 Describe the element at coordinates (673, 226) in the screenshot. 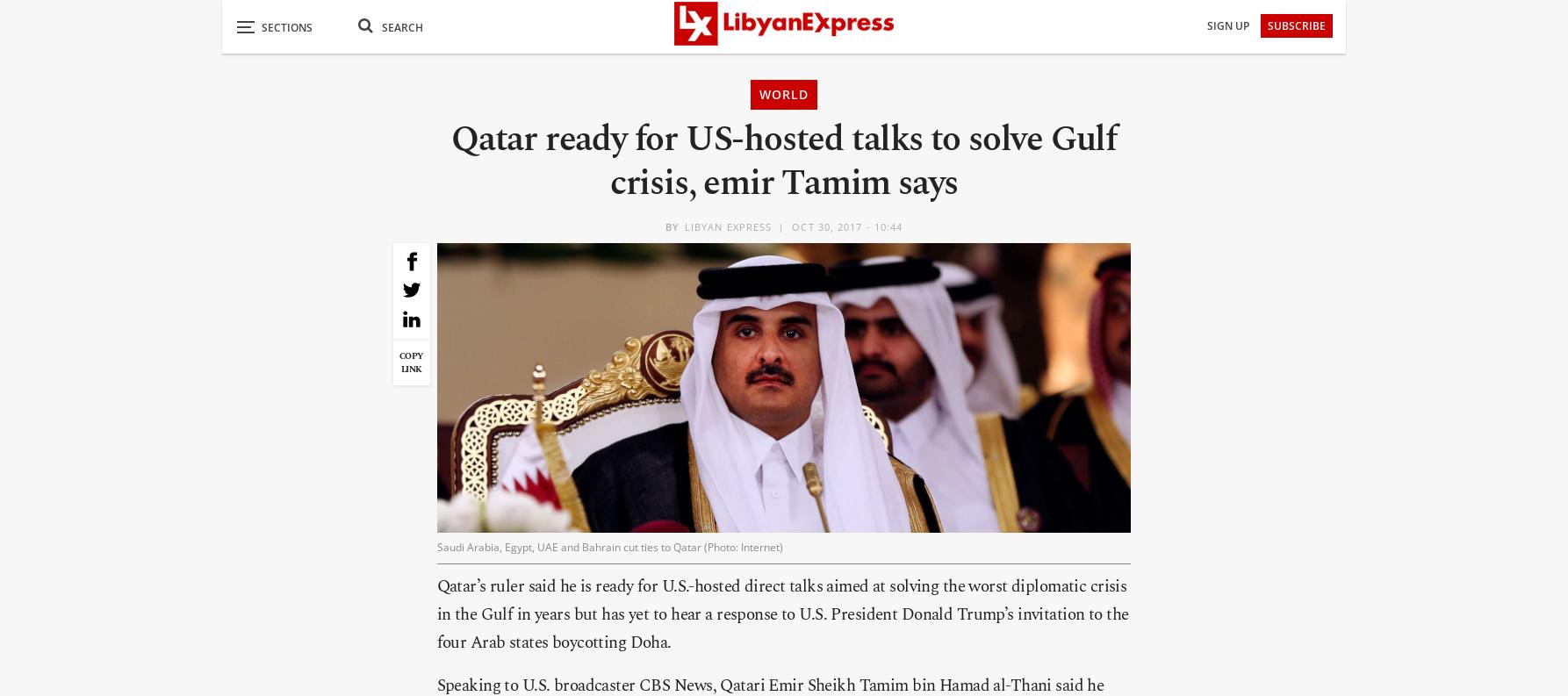

I see `'BY'` at that location.